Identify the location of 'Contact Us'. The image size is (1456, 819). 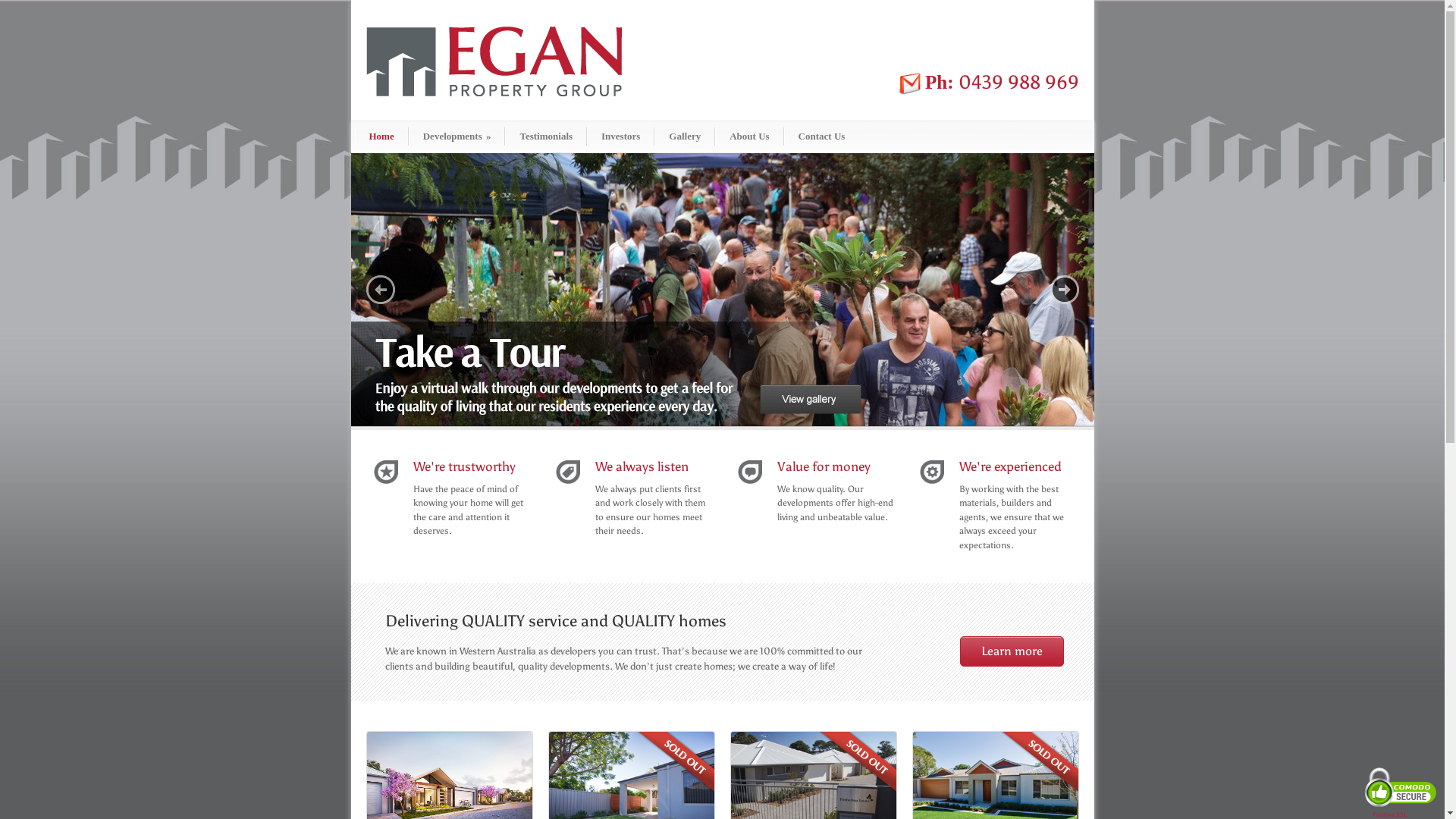
(821, 136).